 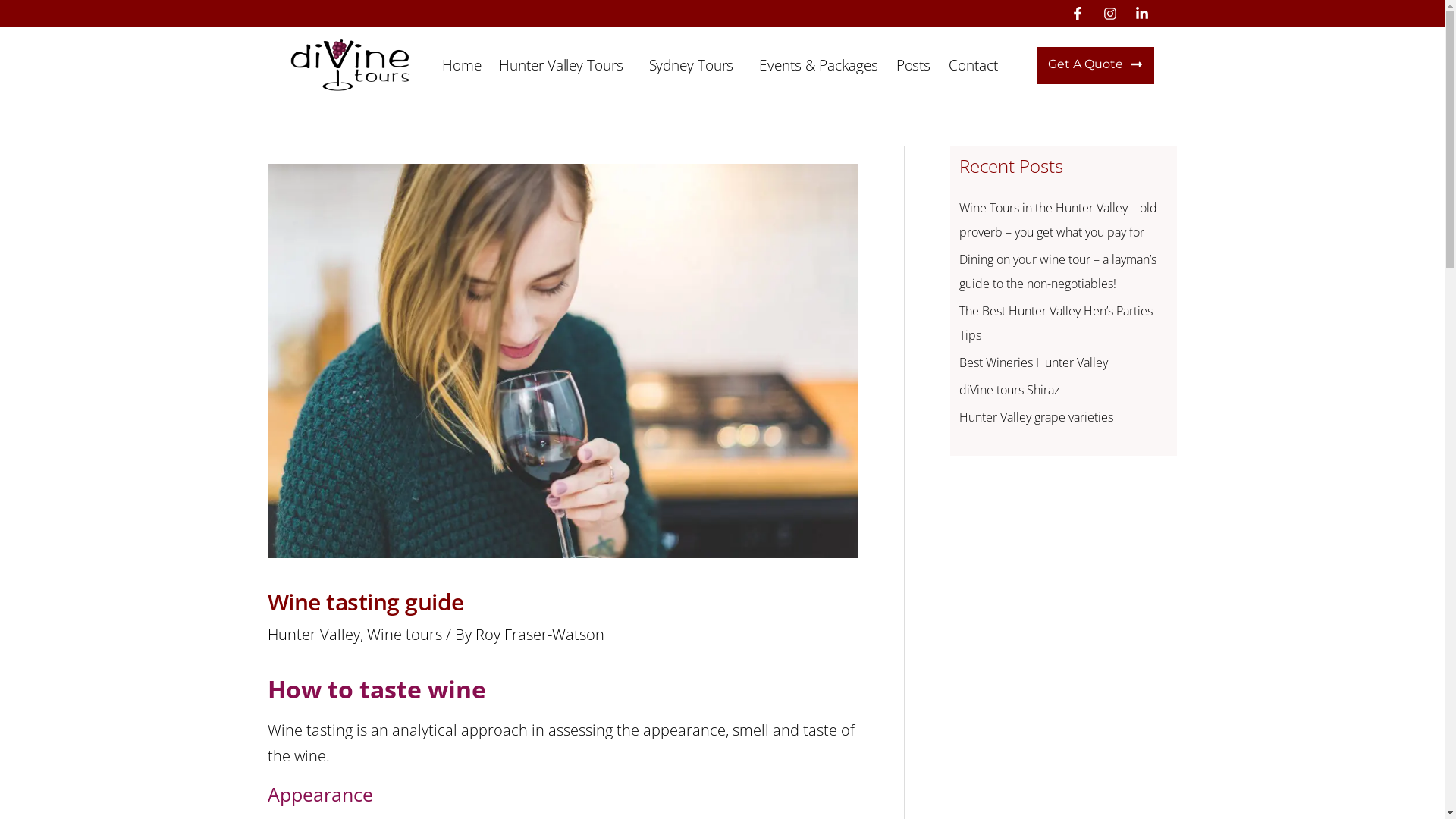 What do you see at coordinates (957, 362) in the screenshot?
I see `'Best Wineries Hunter Valley'` at bounding box center [957, 362].